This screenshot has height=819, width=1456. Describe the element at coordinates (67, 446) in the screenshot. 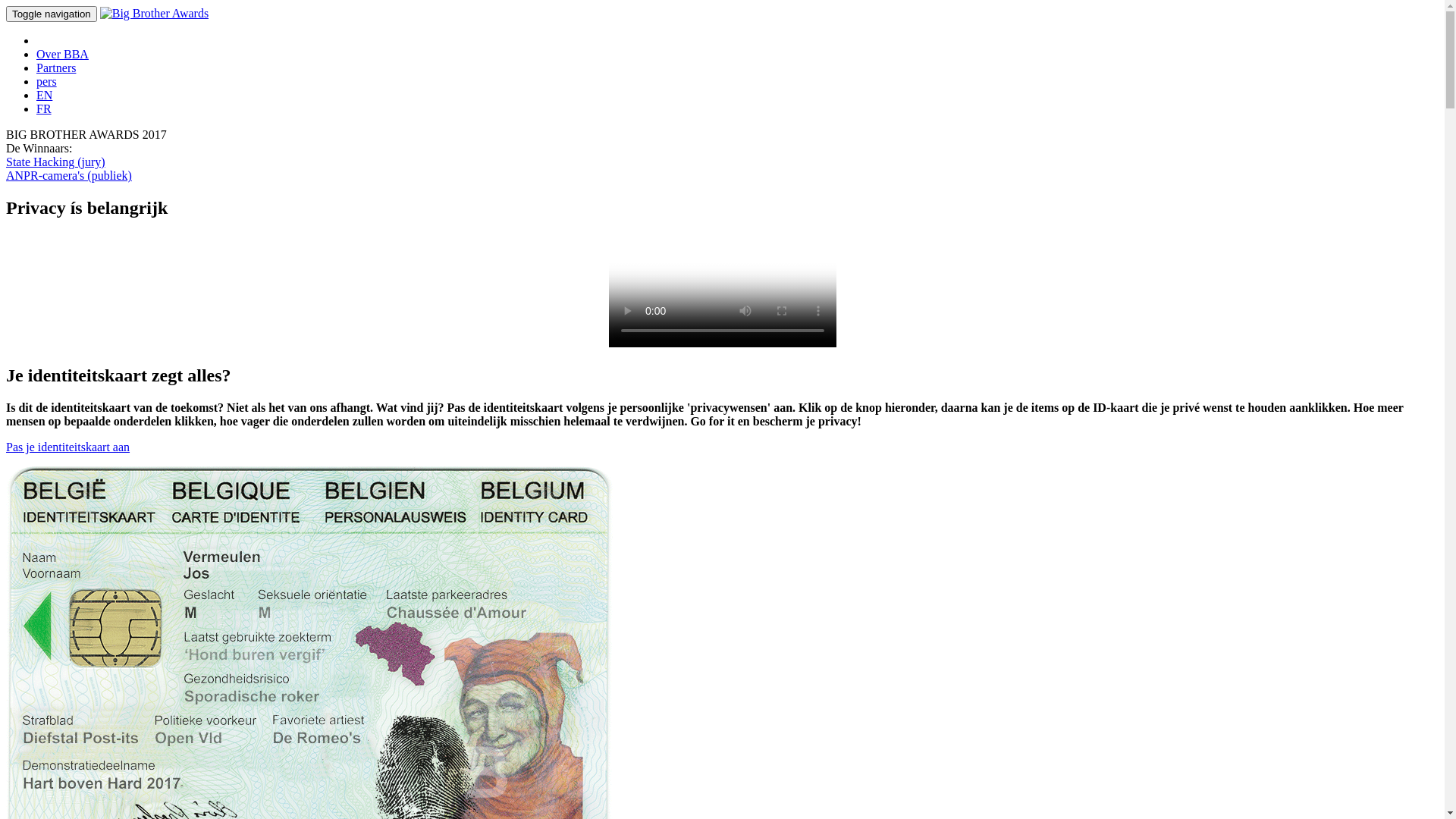

I see `'Pas je identiteitskaart aan'` at that location.